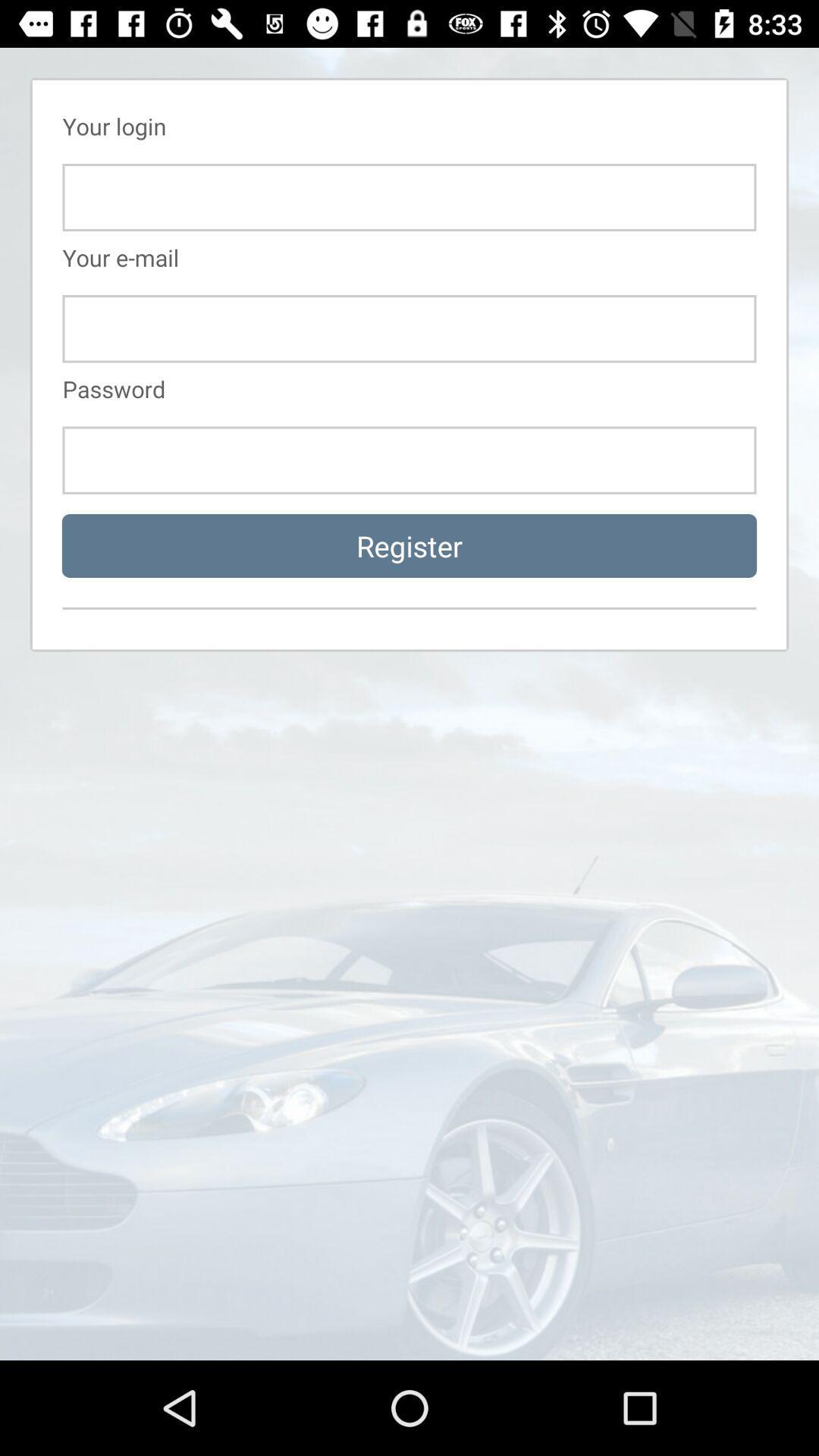 Image resolution: width=819 pixels, height=1456 pixels. I want to click on password entry, so click(409, 460).